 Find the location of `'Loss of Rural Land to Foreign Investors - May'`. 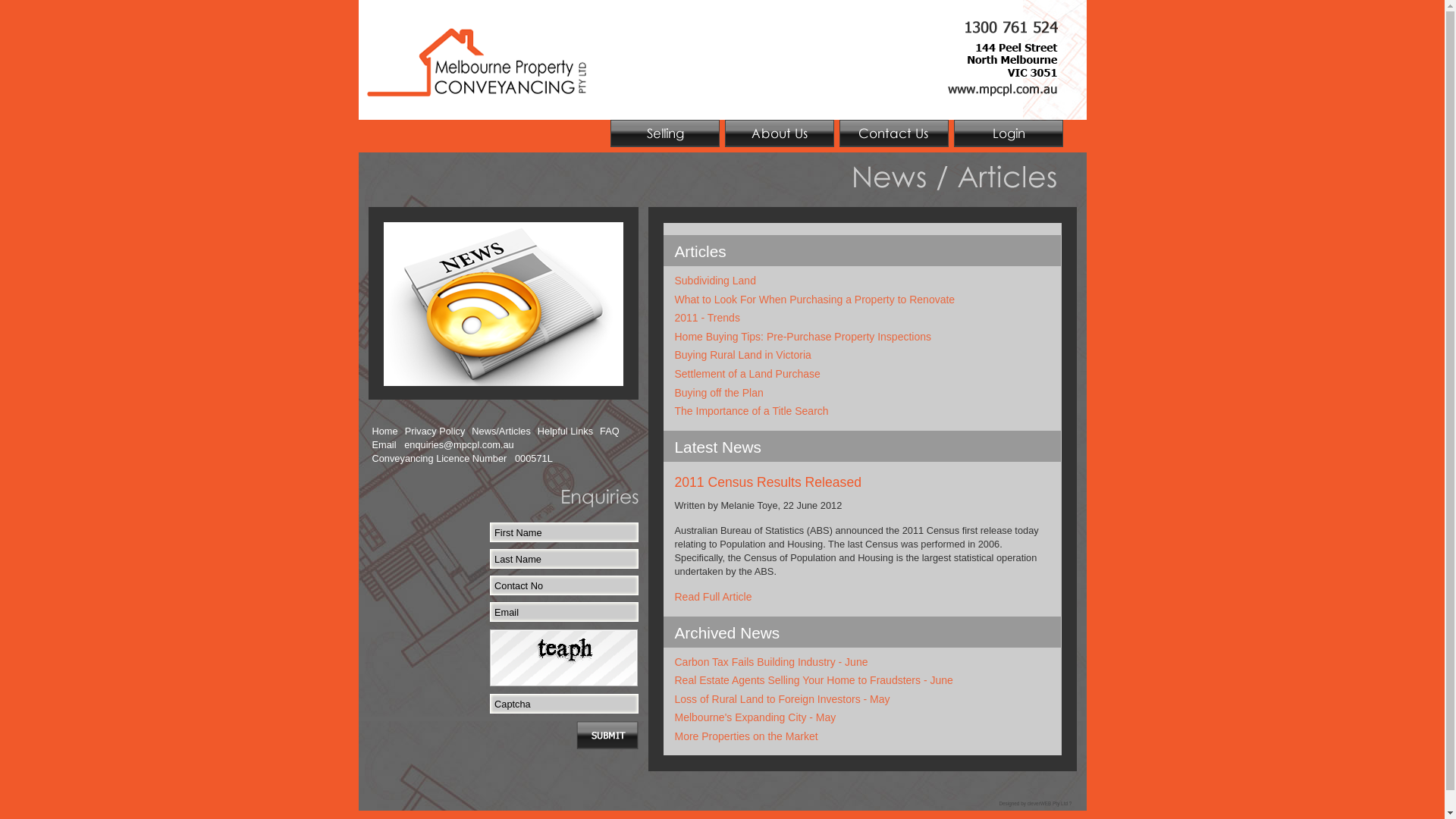

'Loss of Rural Land to Foreign Investors - May' is located at coordinates (673, 698).